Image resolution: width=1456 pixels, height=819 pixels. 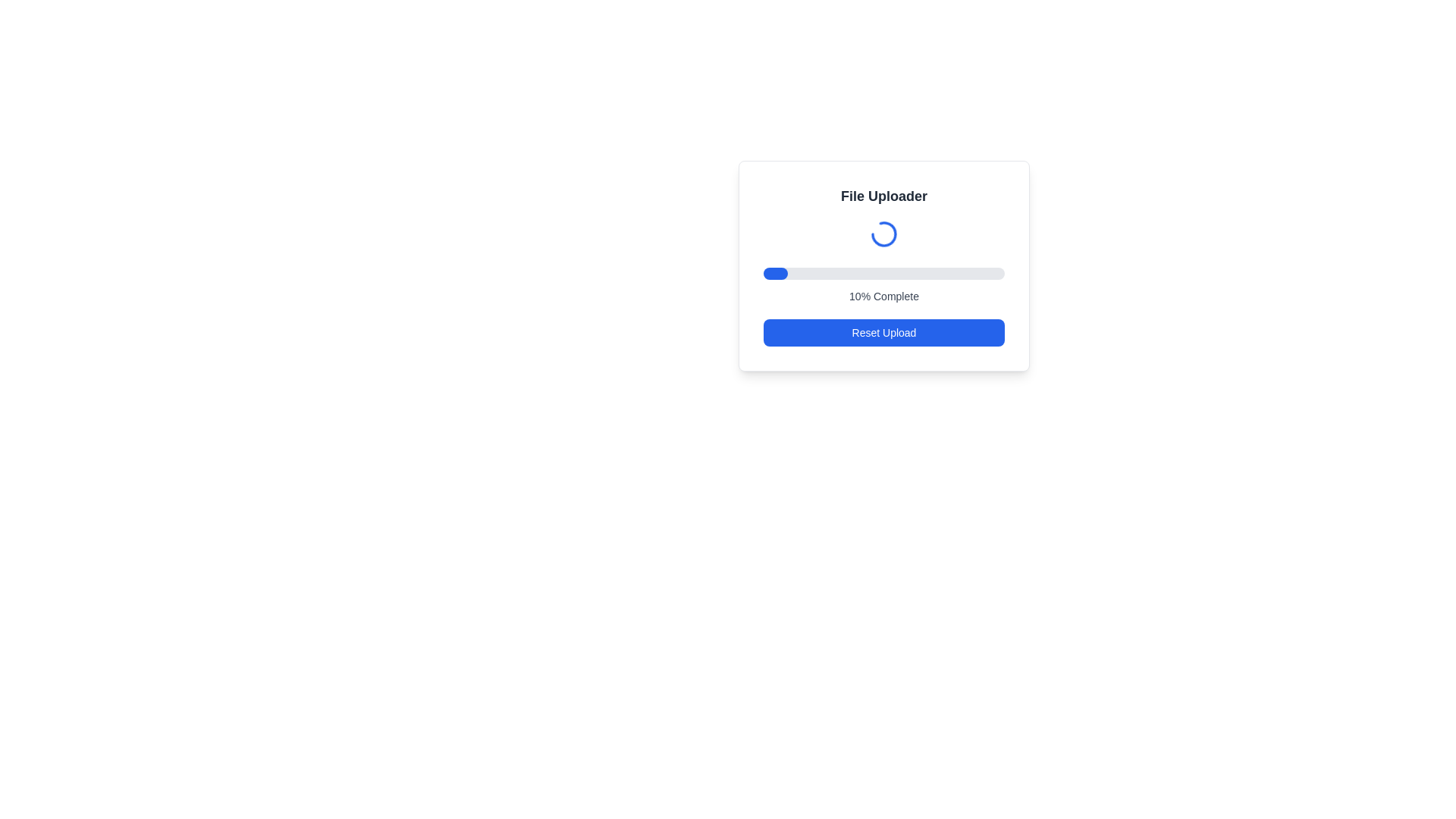 I want to click on the loading spinner icon located in the 'File Uploader' modal, positioned centrally above the progress bar and below the label 'File Uploader', so click(x=884, y=234).